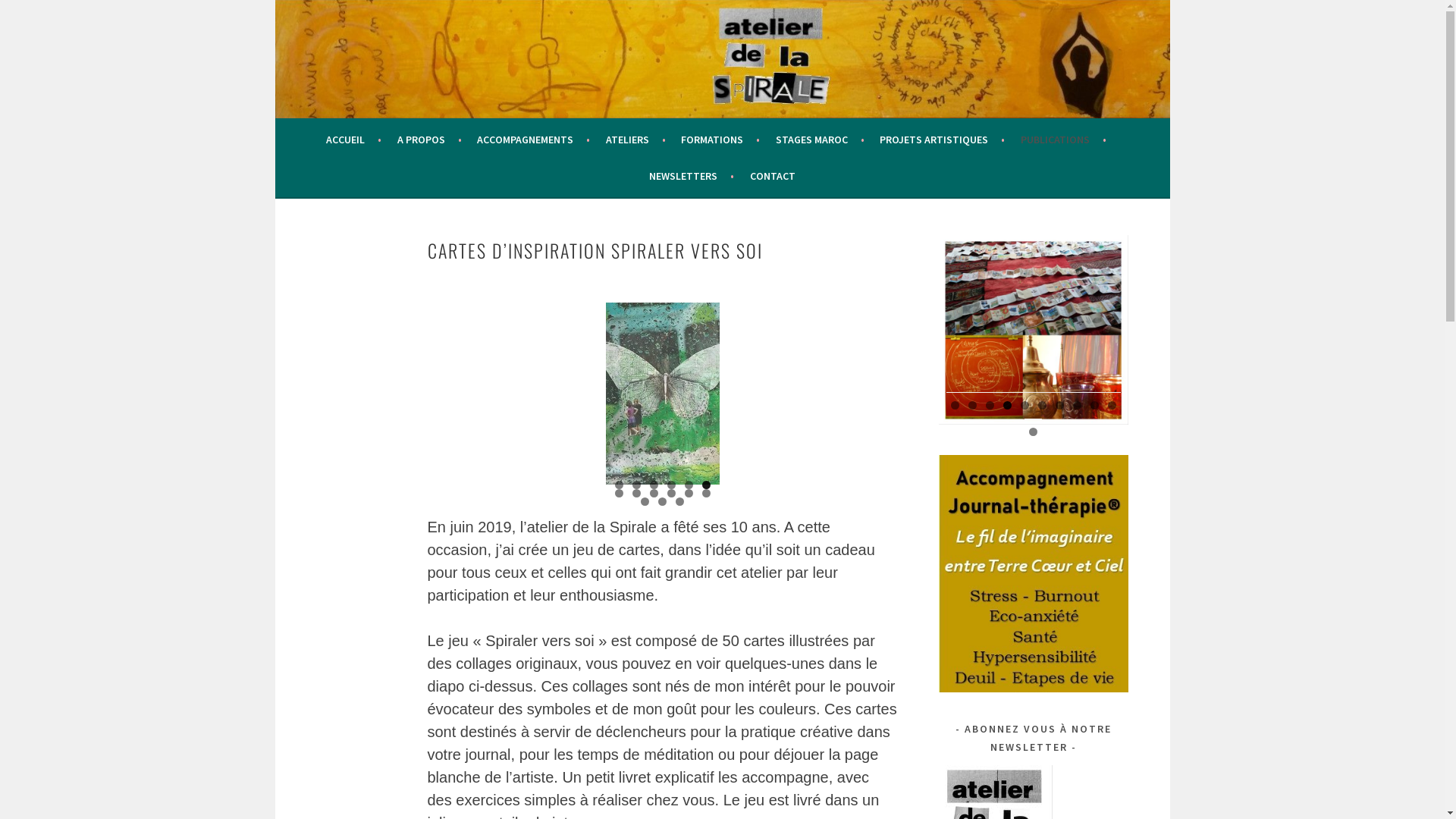 The width and height of the screenshot is (1456, 819). What do you see at coordinates (687, 485) in the screenshot?
I see `'5'` at bounding box center [687, 485].